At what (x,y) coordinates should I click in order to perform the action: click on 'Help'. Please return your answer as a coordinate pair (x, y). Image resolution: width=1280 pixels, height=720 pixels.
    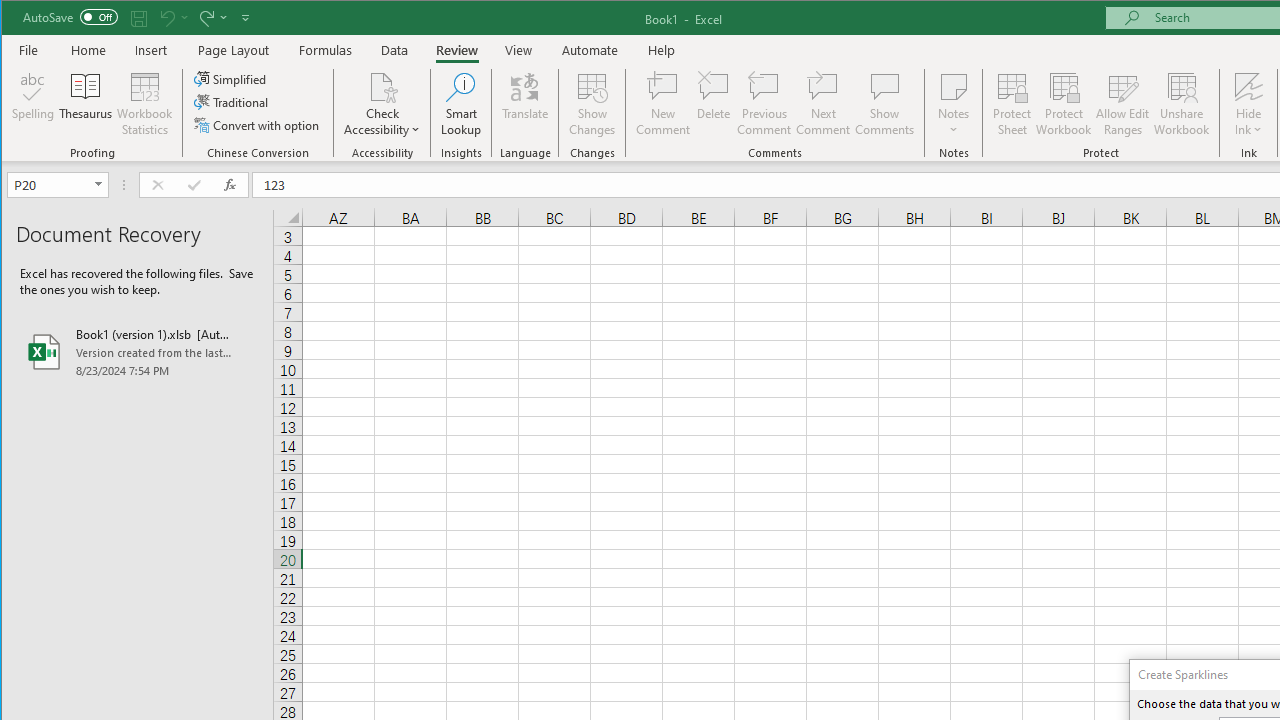
    Looking at the image, I should click on (661, 49).